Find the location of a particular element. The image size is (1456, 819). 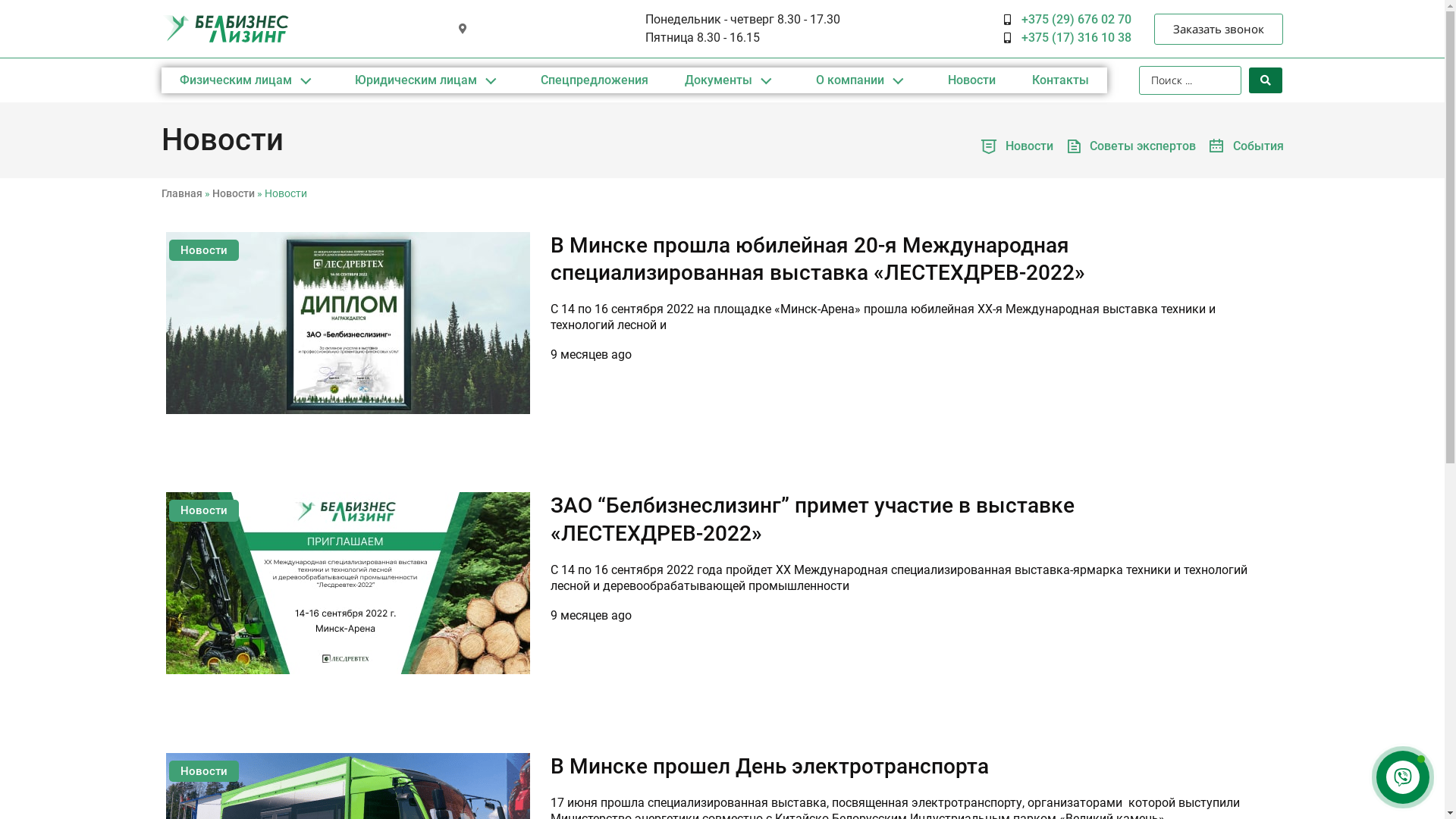

'+375 (17) 316 10 38' is located at coordinates (1004, 37).